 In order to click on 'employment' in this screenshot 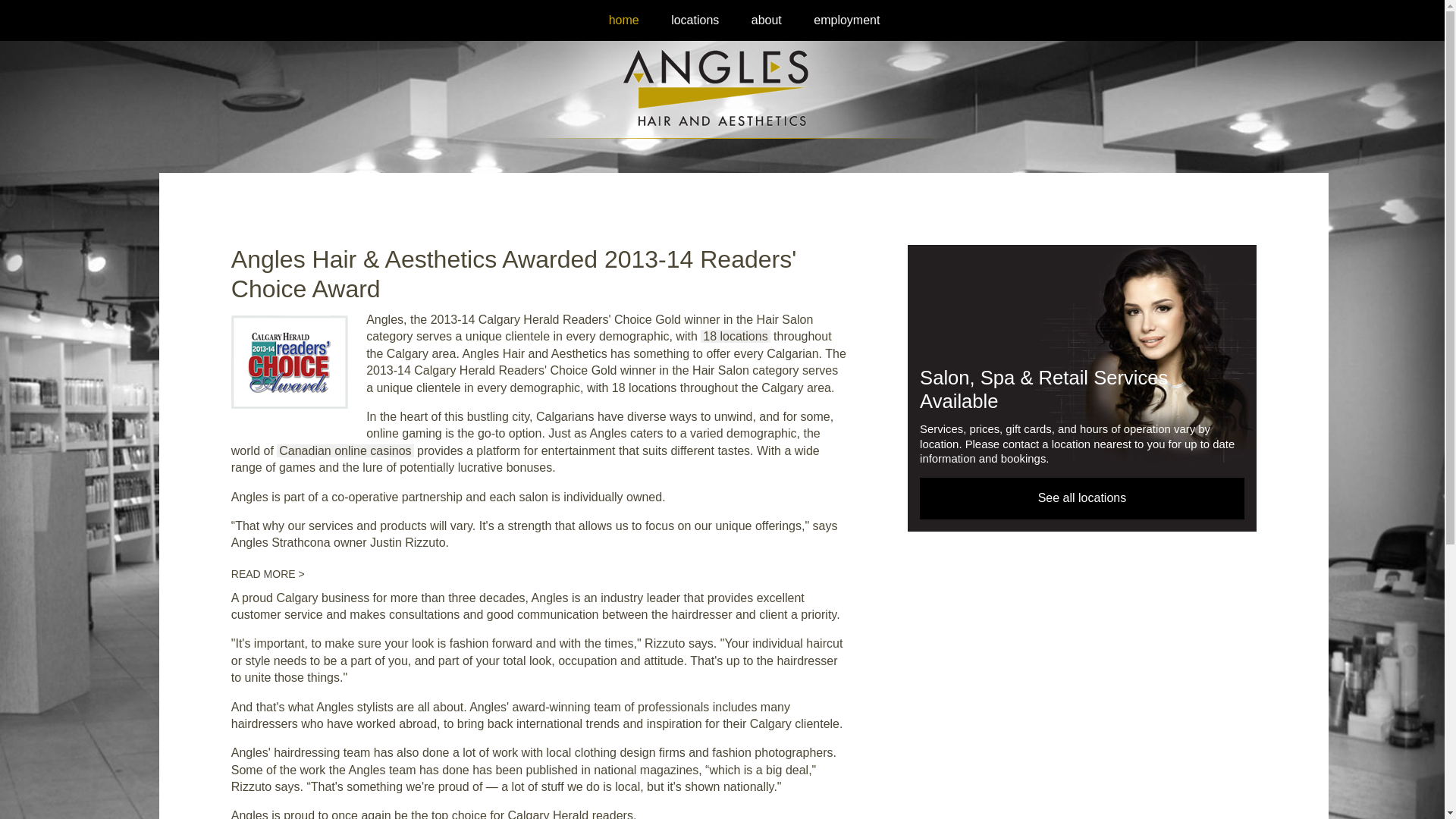, I will do `click(811, 20)`.